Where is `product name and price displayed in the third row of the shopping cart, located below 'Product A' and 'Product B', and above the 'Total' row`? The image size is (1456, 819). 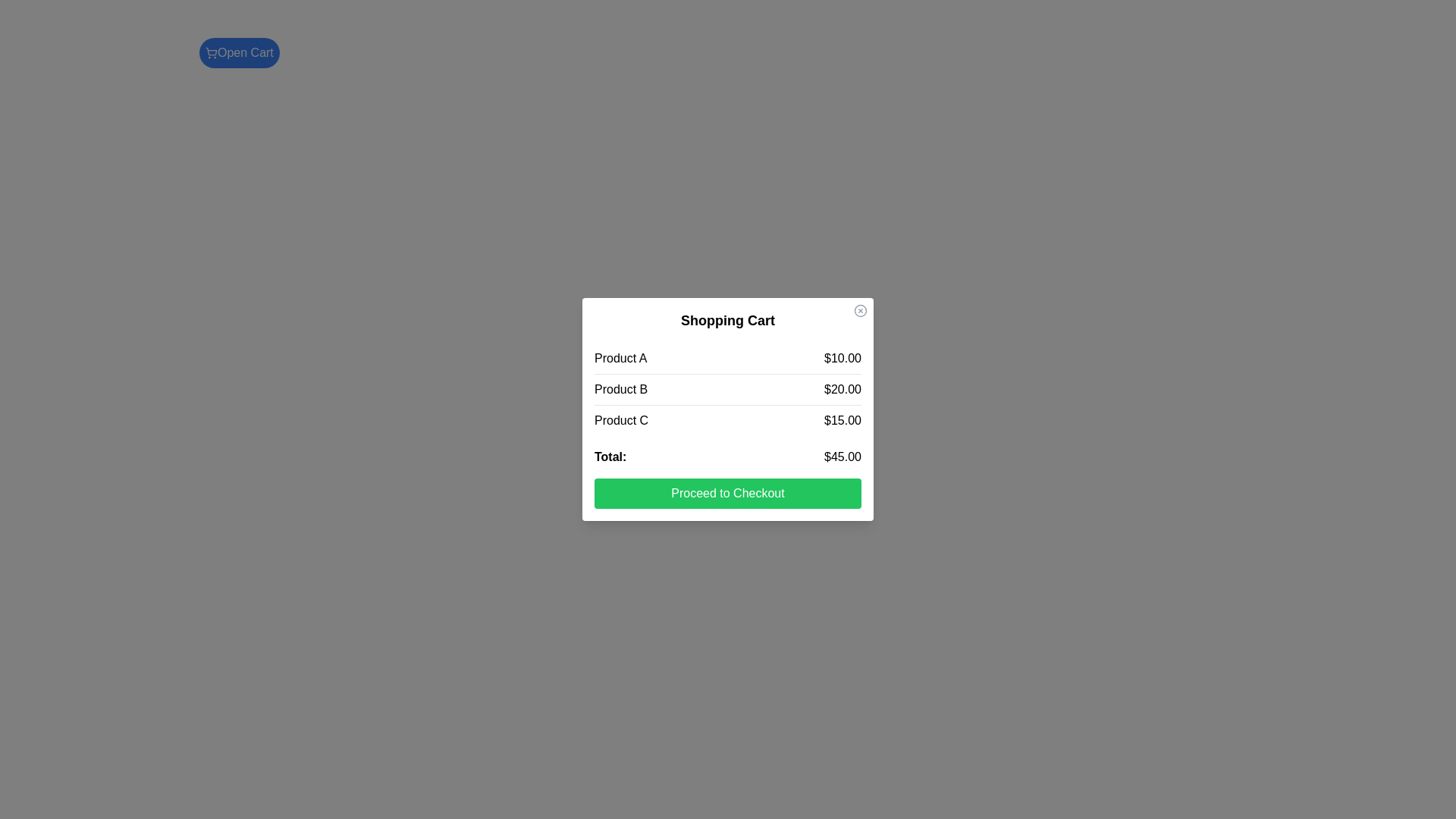
product name and price displayed in the third row of the shopping cart, located below 'Product A' and 'Product B', and above the 'Total' row is located at coordinates (728, 420).